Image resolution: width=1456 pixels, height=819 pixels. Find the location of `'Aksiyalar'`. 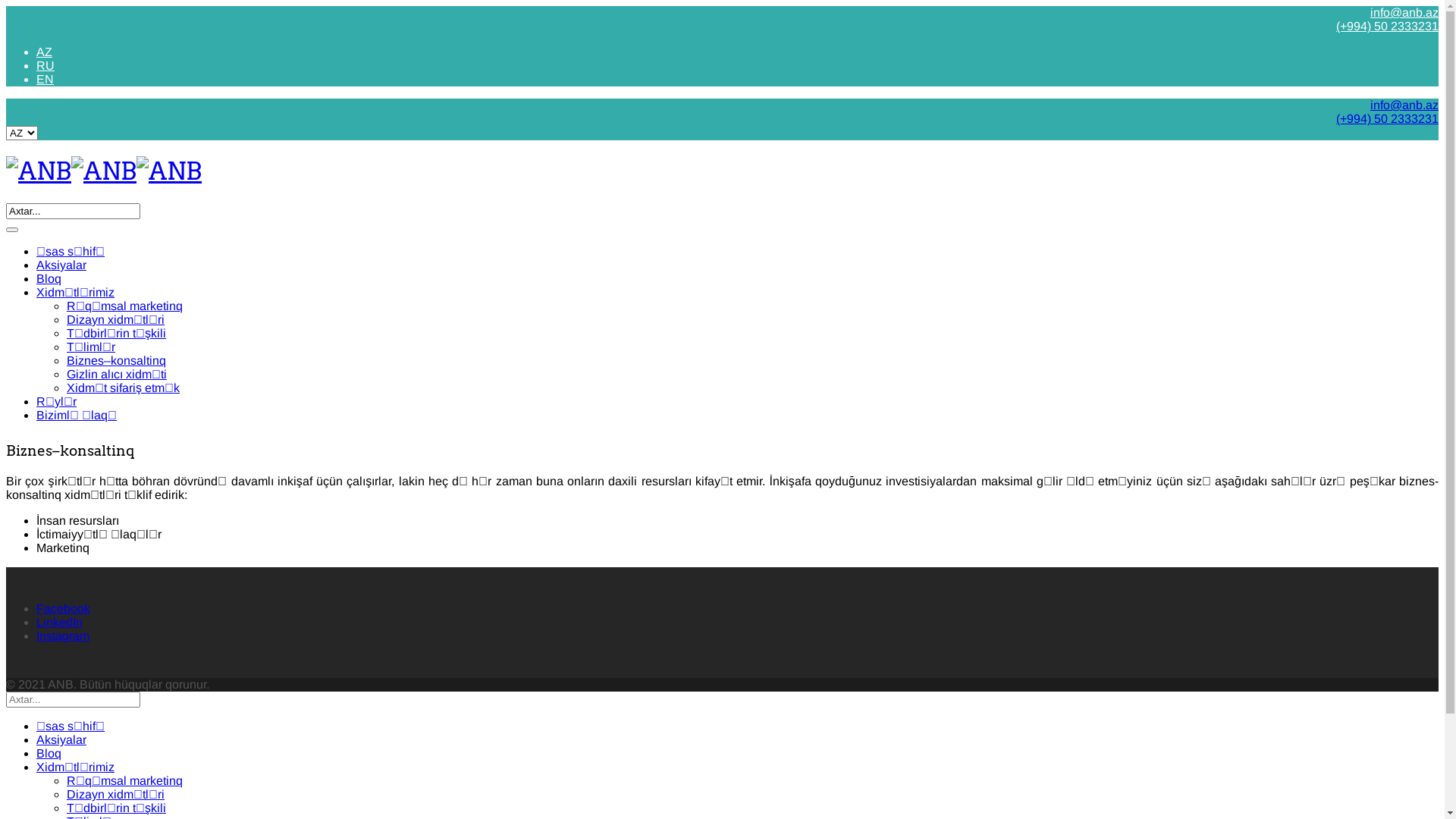

'Aksiyalar' is located at coordinates (61, 264).